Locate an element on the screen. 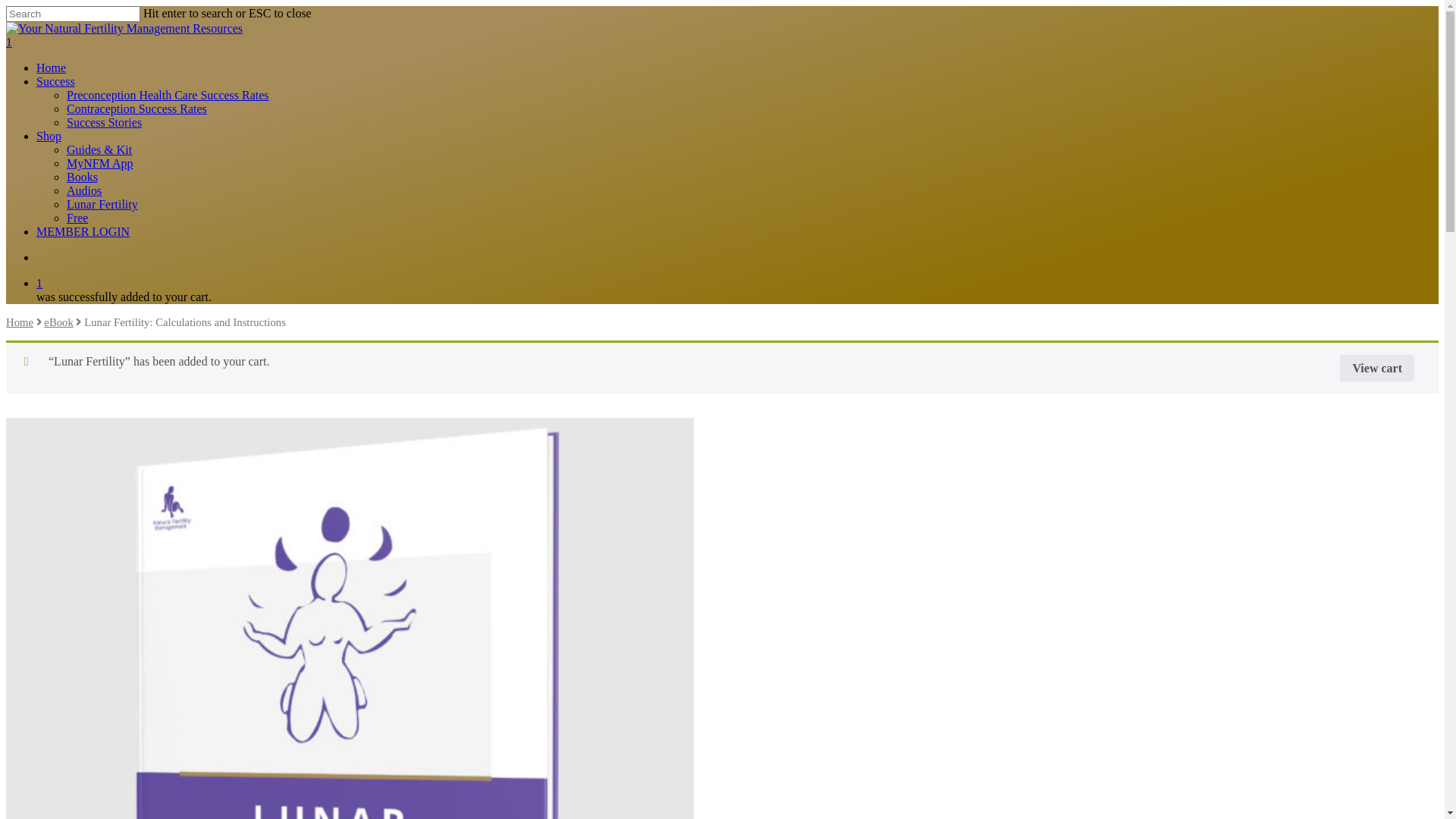  'Success' is located at coordinates (55, 81).